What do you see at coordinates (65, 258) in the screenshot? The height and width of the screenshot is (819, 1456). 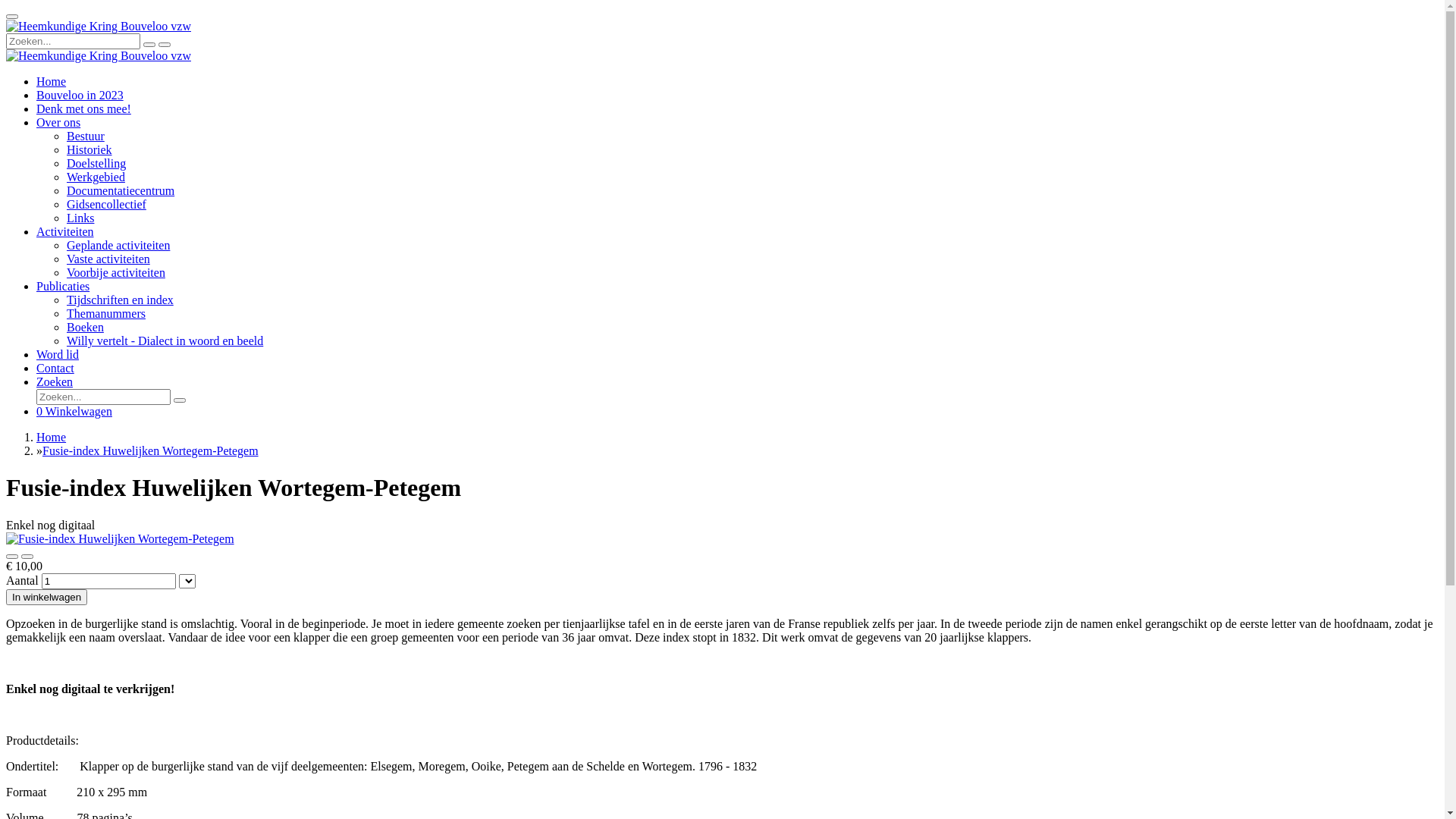 I see `'Vaste activiteiten'` at bounding box center [65, 258].